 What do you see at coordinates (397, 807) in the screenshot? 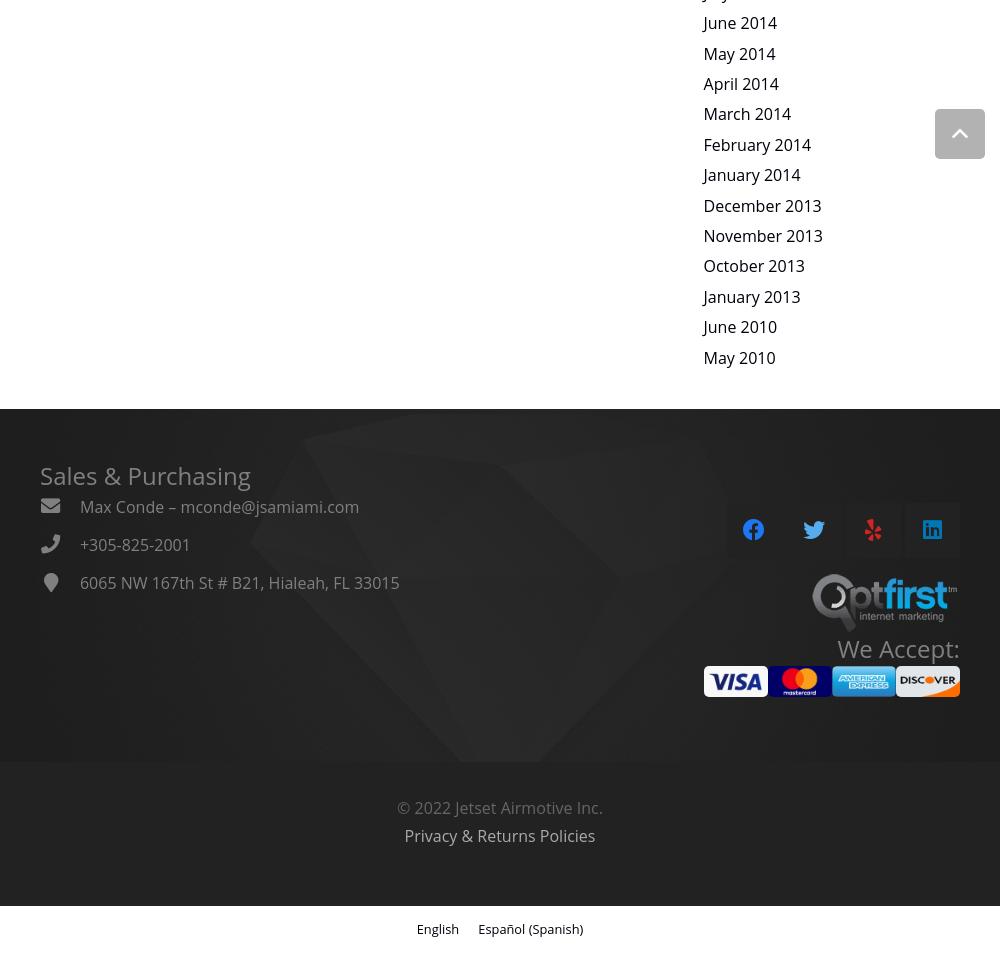
I see `'© 2022 Jetset Airmotive Inc.'` at bounding box center [397, 807].